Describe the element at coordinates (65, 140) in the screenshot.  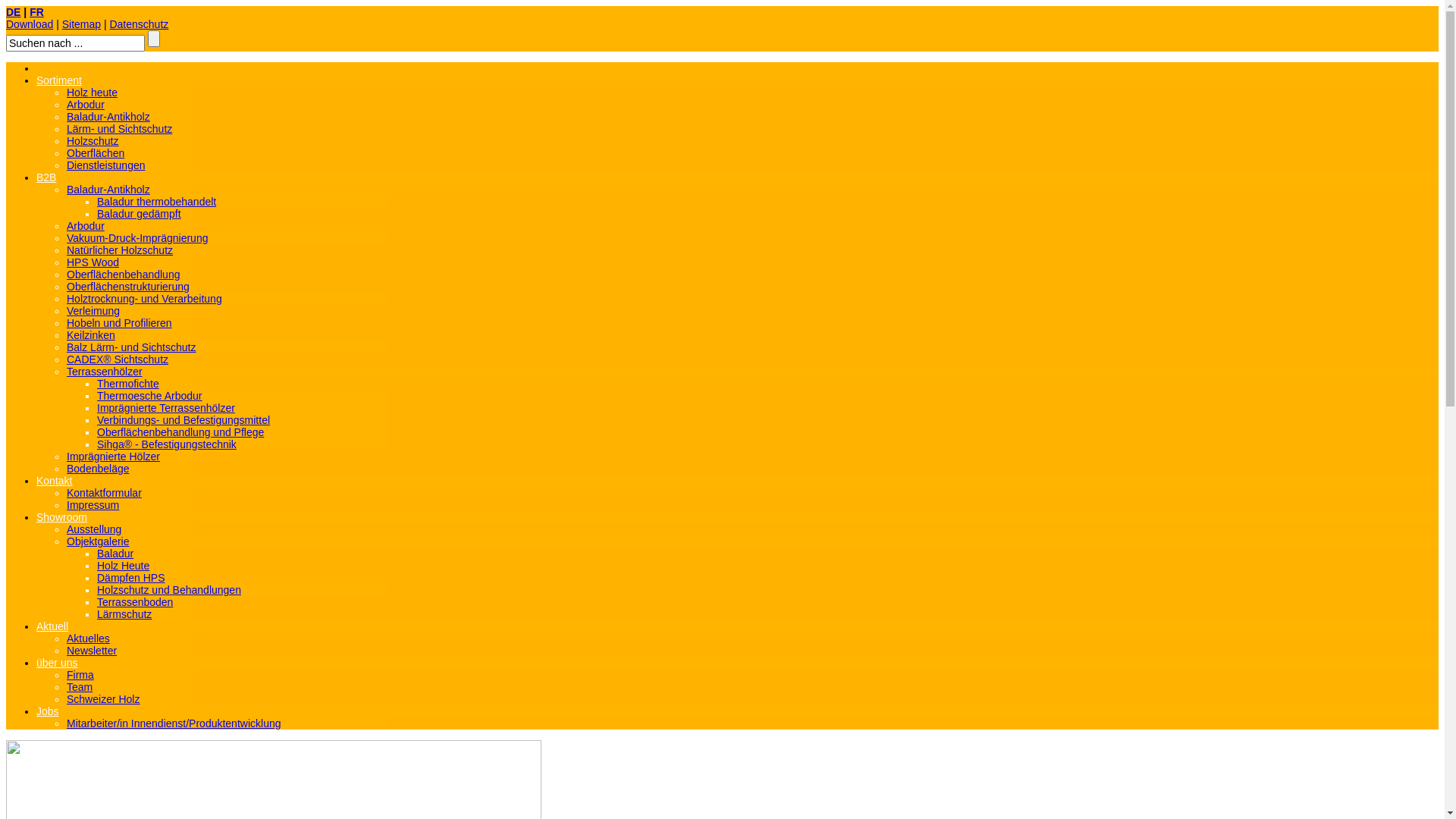
I see `'Holzschutz'` at that location.